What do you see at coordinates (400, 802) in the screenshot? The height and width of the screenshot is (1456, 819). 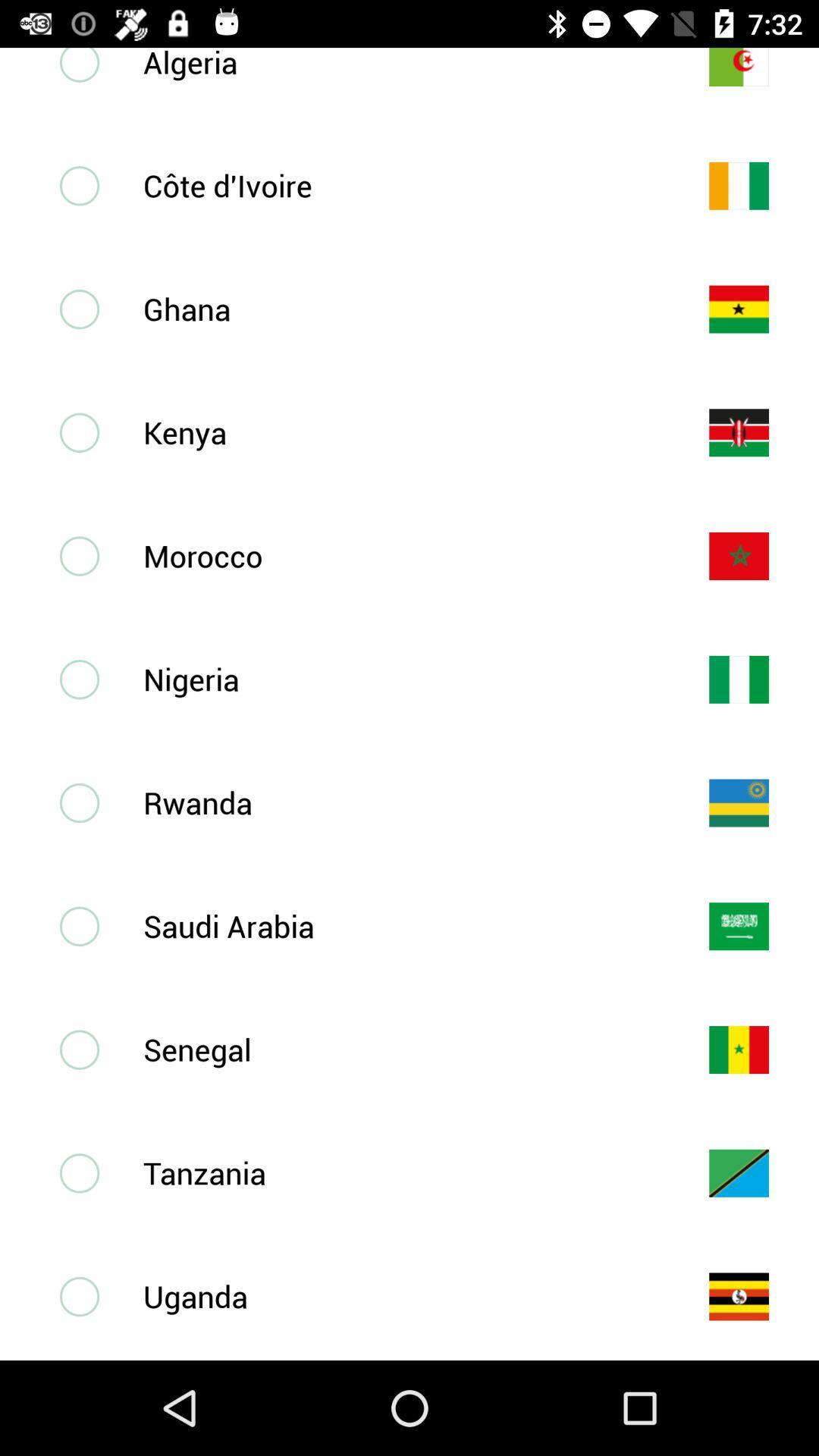 I see `the rwanda` at bounding box center [400, 802].